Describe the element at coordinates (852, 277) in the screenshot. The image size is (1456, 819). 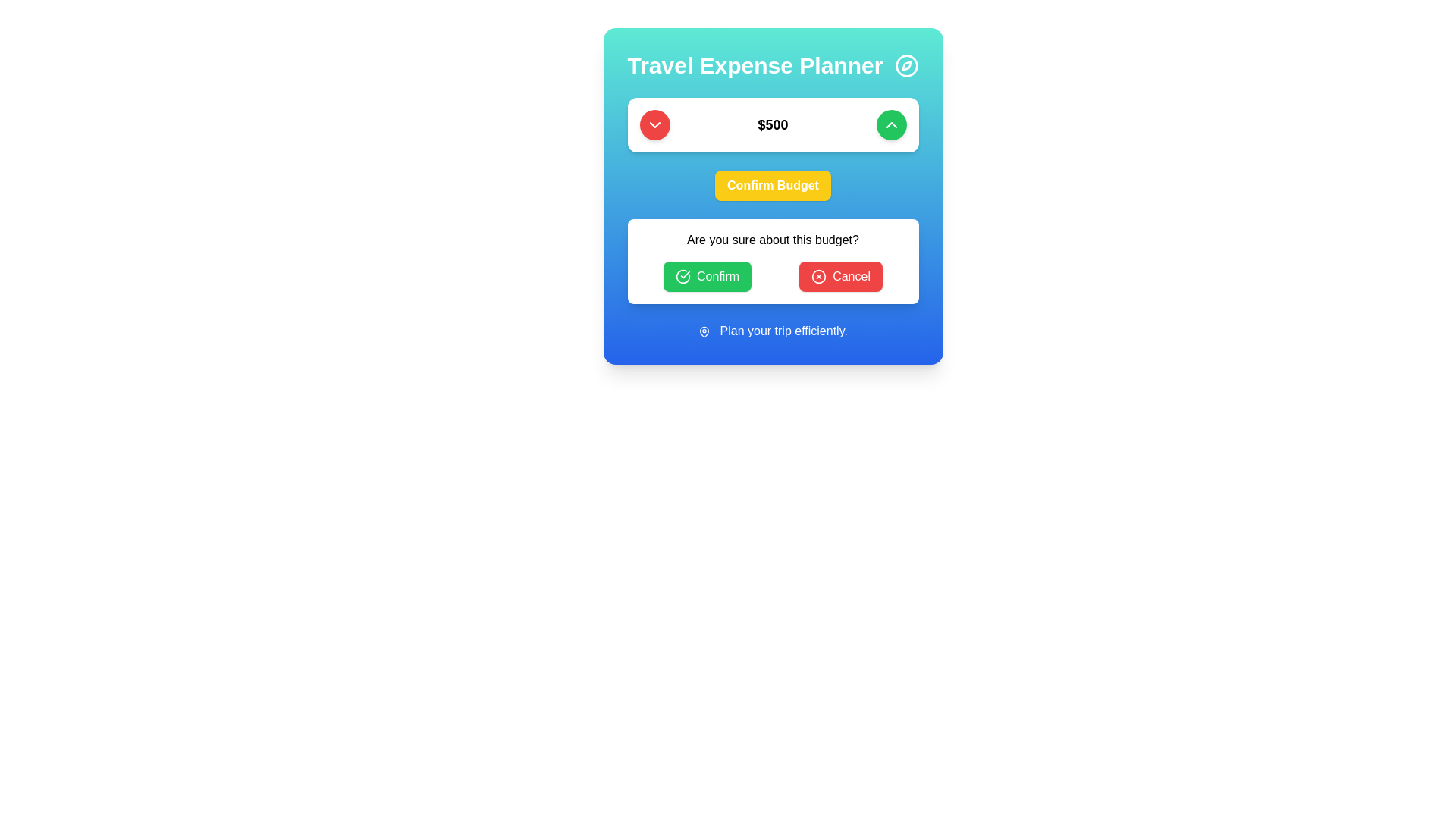
I see `the label within the cancel button located at the bottom section of the dialog box, which indicates the action of canceling a process when clicked` at that location.